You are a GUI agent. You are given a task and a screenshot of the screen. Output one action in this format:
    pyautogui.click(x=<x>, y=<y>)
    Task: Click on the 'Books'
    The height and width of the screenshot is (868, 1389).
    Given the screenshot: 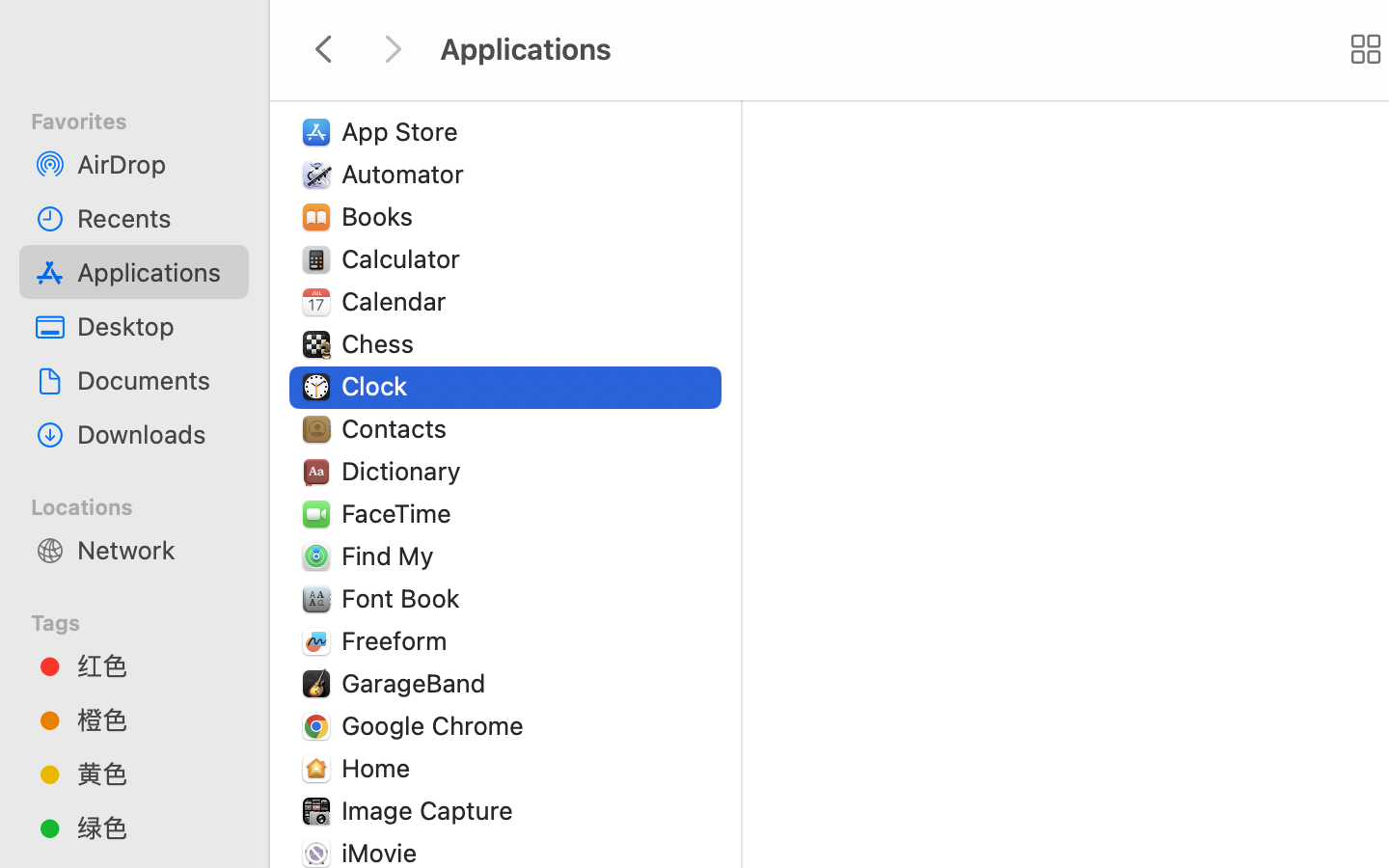 What is the action you would take?
    pyautogui.click(x=381, y=216)
    